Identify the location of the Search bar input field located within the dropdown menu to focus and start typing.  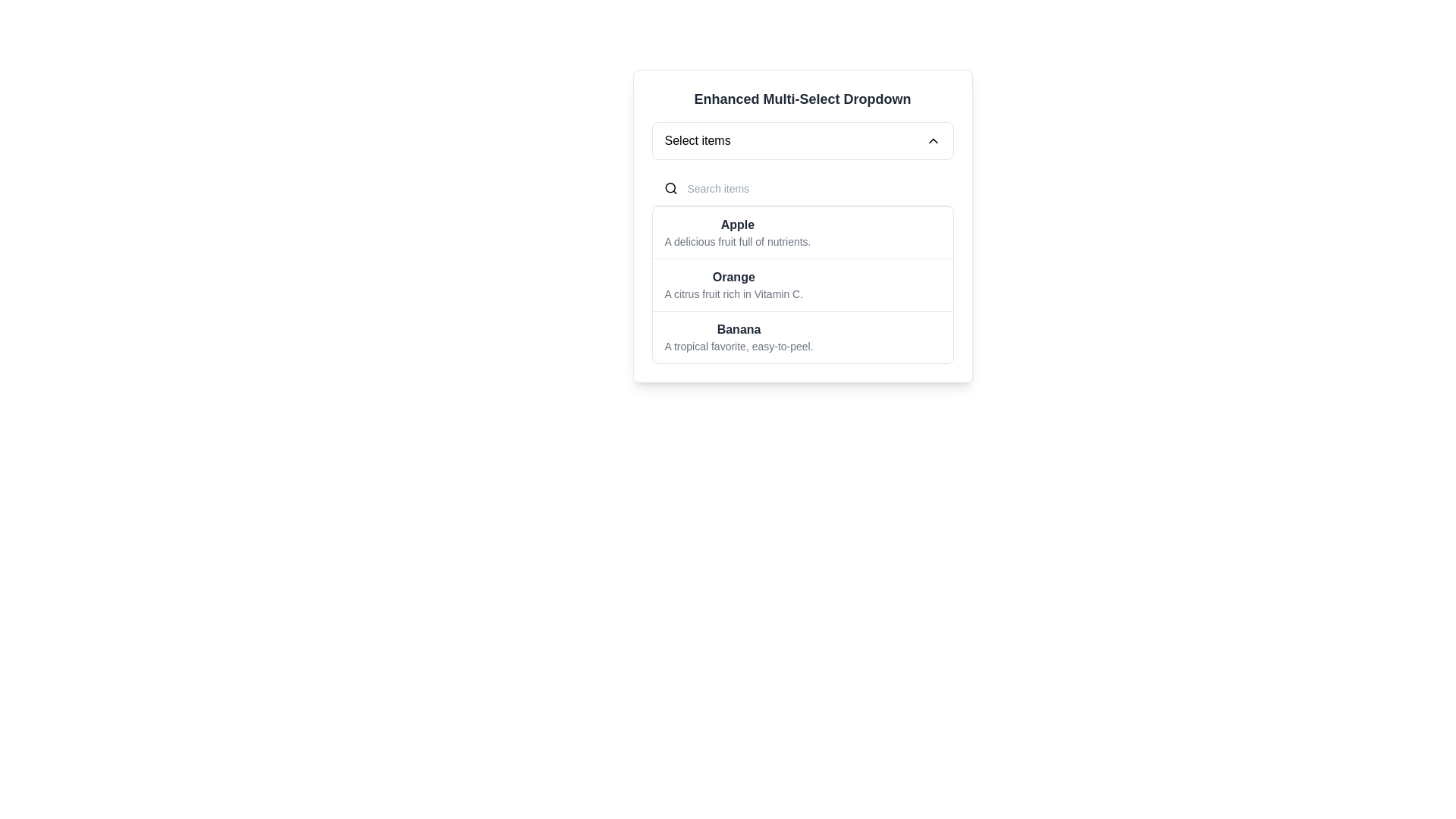
(802, 188).